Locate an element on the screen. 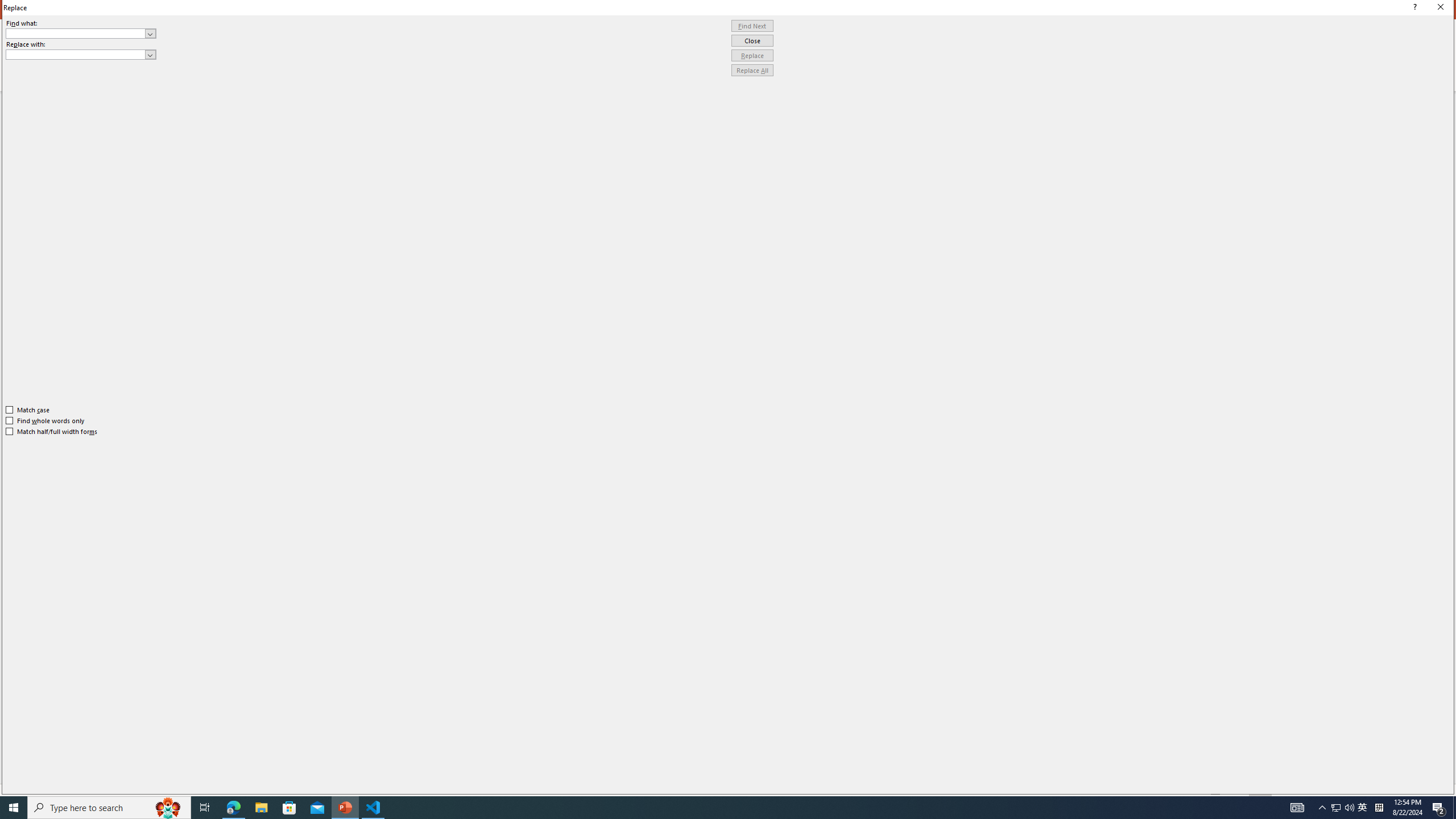 The image size is (1456, 819). 'Match case' is located at coordinates (27, 409).